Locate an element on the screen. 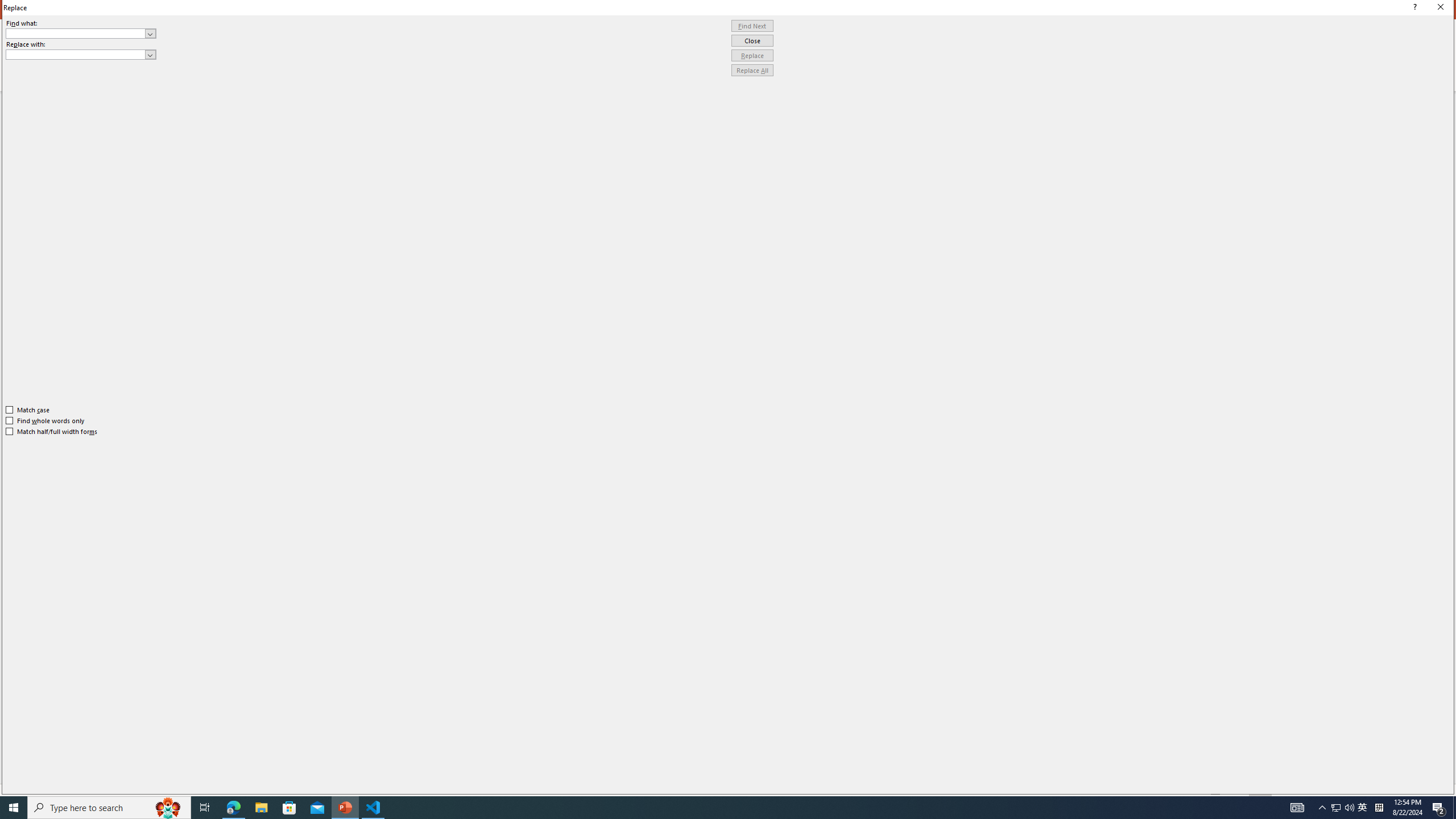 The image size is (1456, 819). 'Match case' is located at coordinates (27, 409).